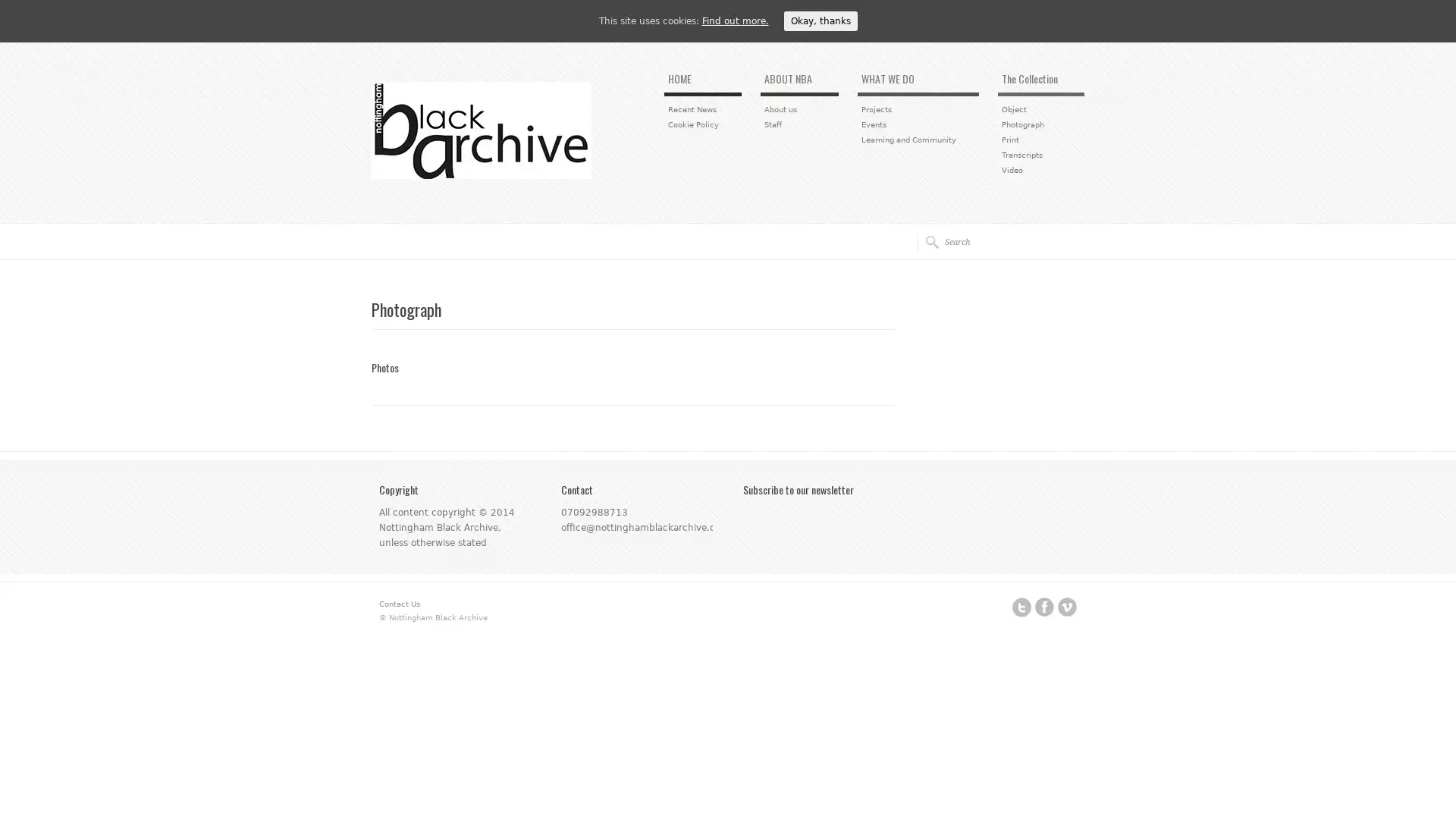  I want to click on Okay, thanks, so click(819, 20).